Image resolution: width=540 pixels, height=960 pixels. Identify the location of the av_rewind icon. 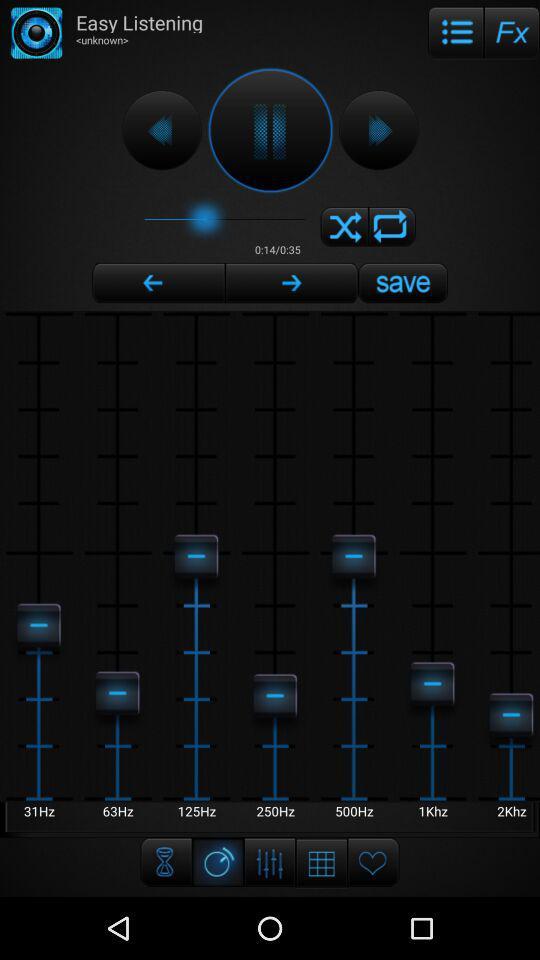
(160, 138).